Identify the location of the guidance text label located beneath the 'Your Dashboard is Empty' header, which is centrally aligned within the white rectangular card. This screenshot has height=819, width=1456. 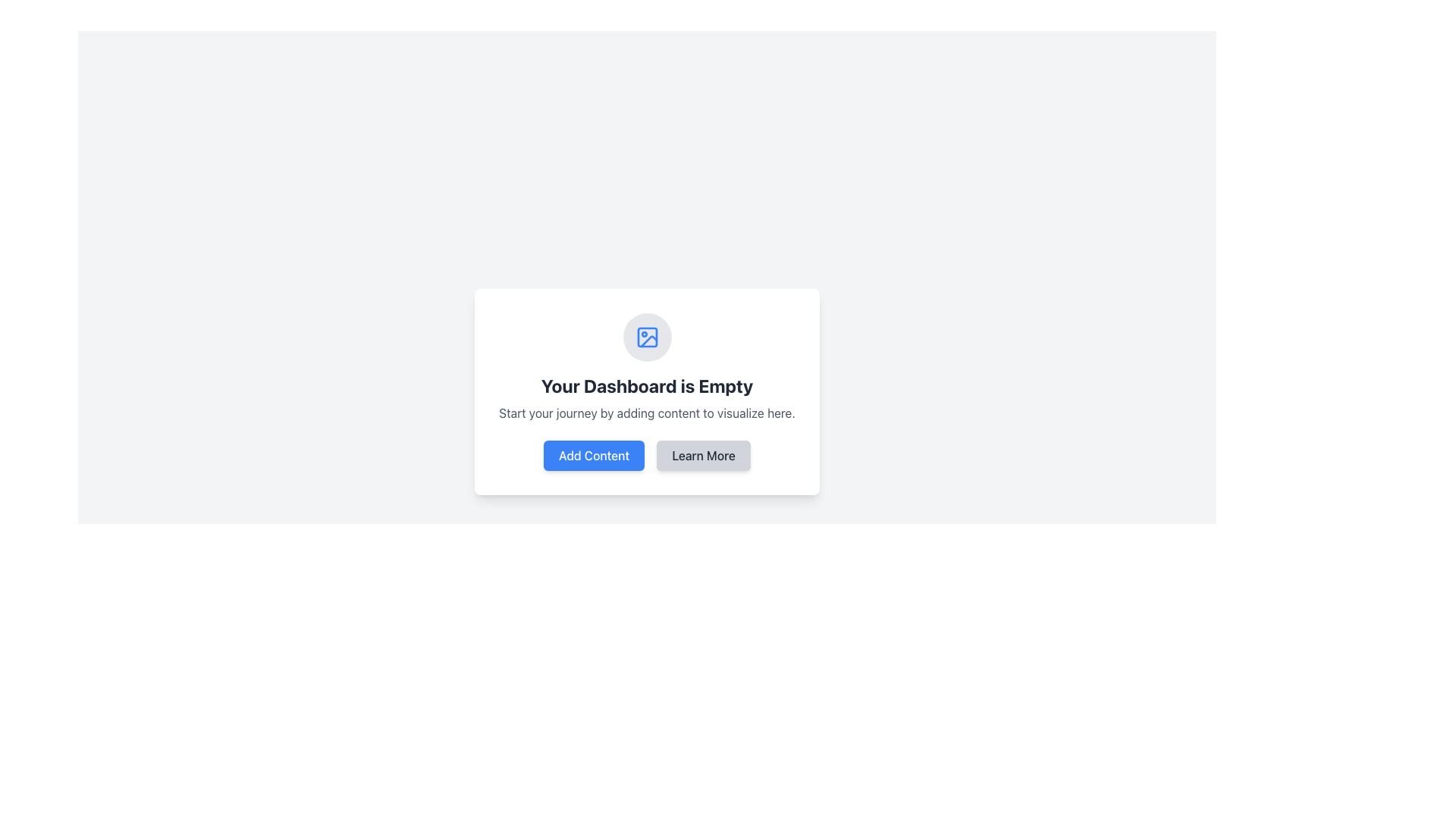
(647, 413).